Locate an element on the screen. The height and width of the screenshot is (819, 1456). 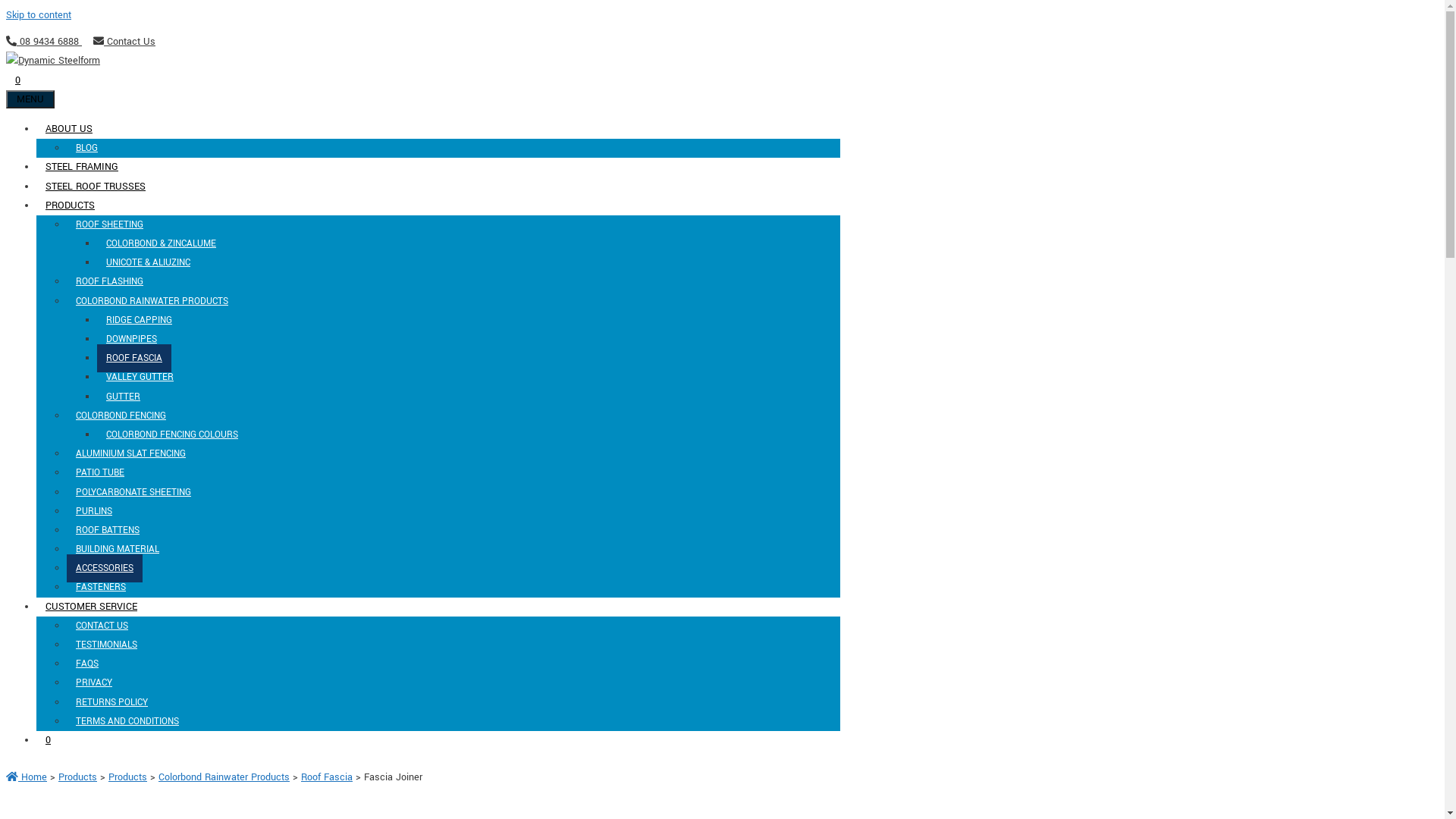
'COLORBOND FENCING COLOURS' is located at coordinates (171, 435).